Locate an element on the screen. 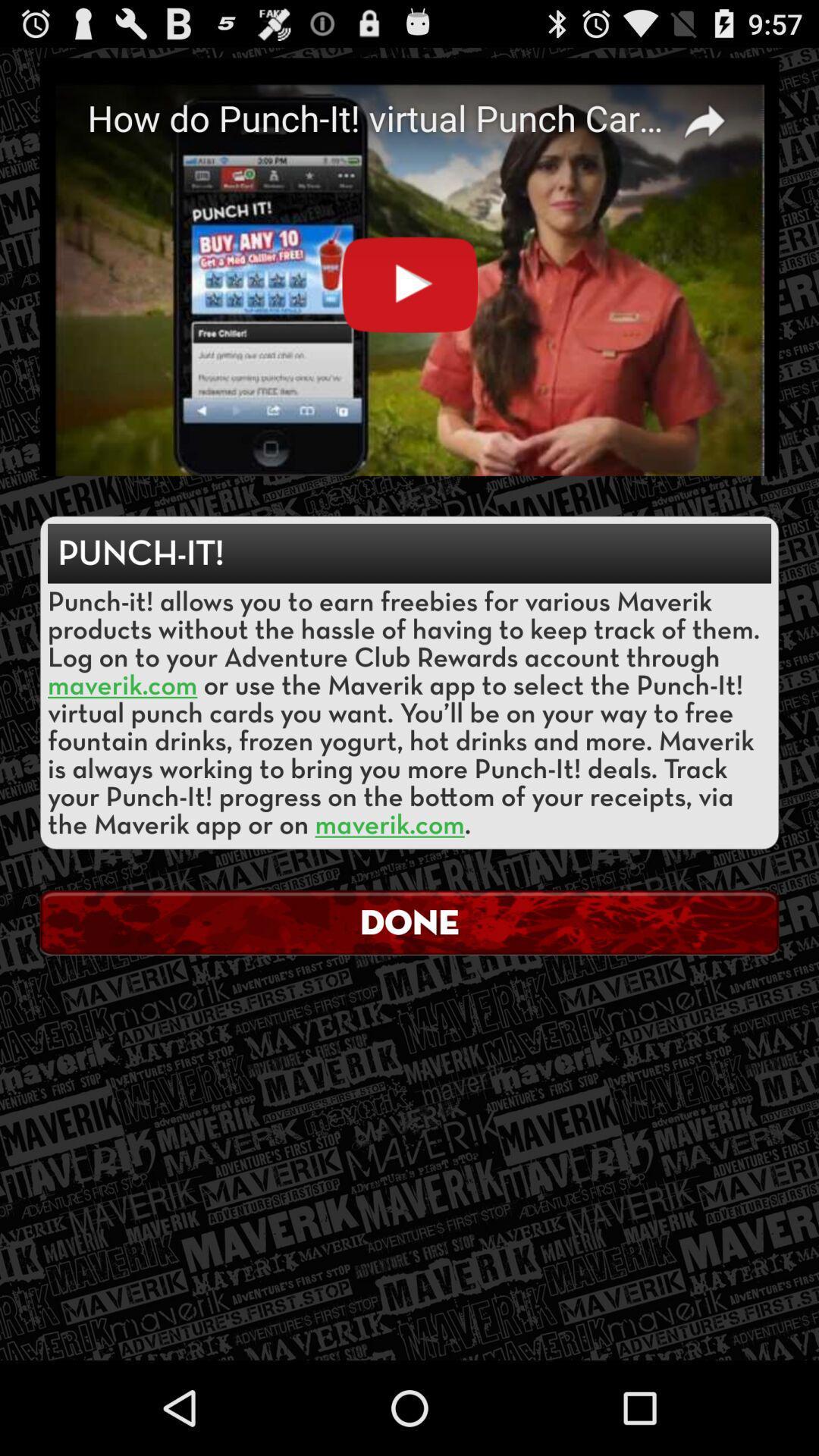  the done is located at coordinates (409, 921).